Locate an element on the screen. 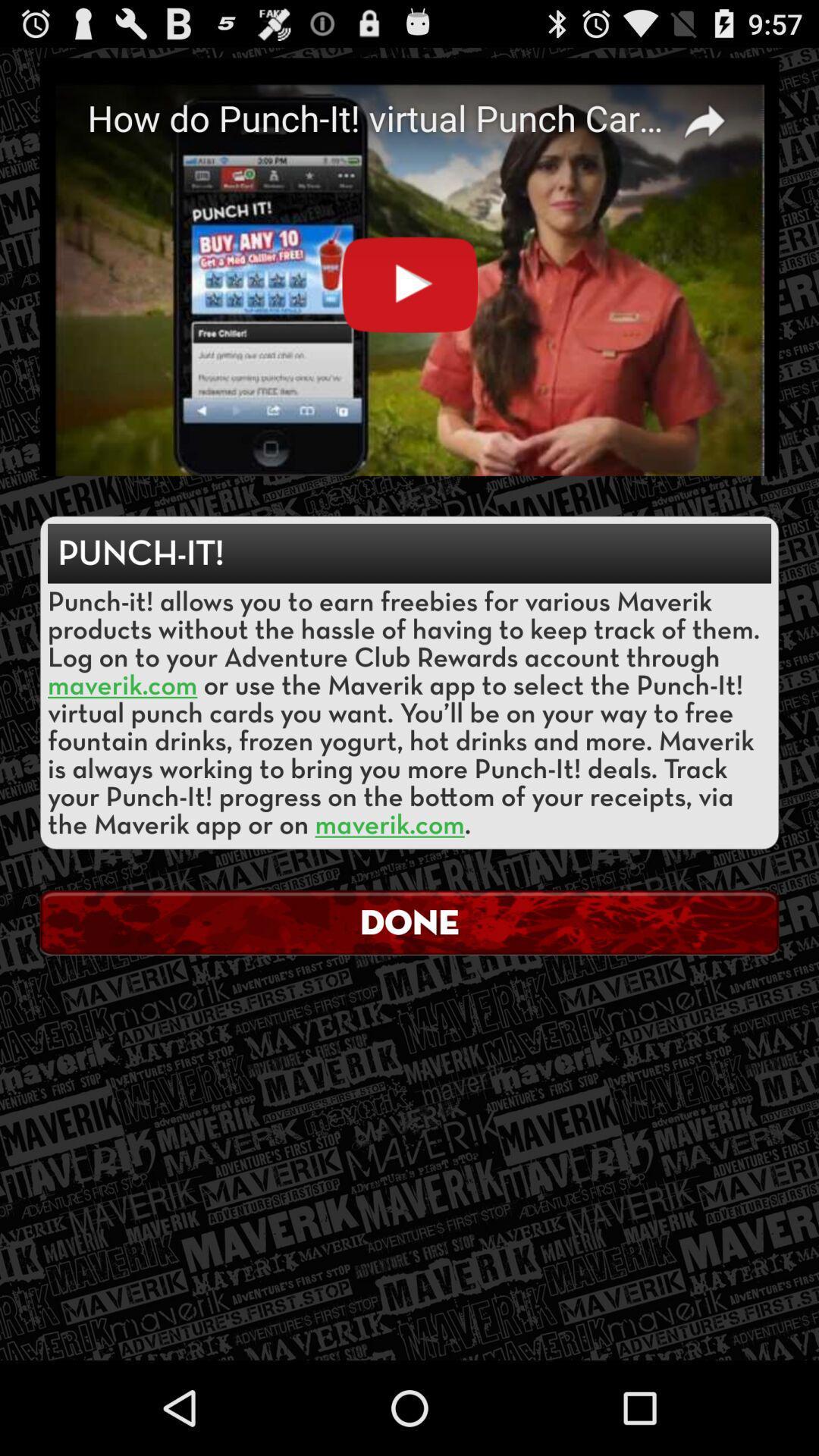  the done is located at coordinates (409, 921).